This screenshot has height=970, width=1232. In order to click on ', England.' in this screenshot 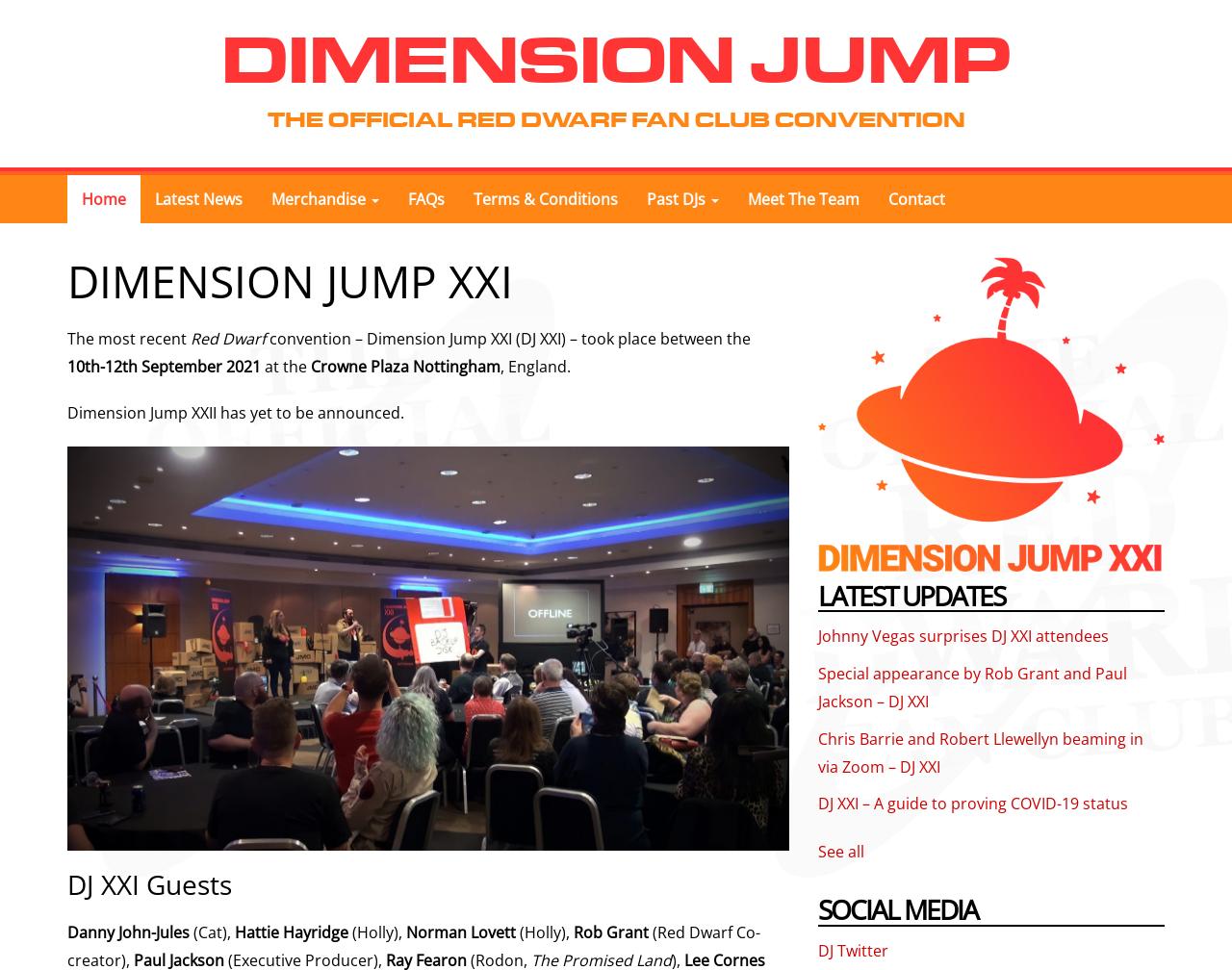, I will do `click(535, 366)`.